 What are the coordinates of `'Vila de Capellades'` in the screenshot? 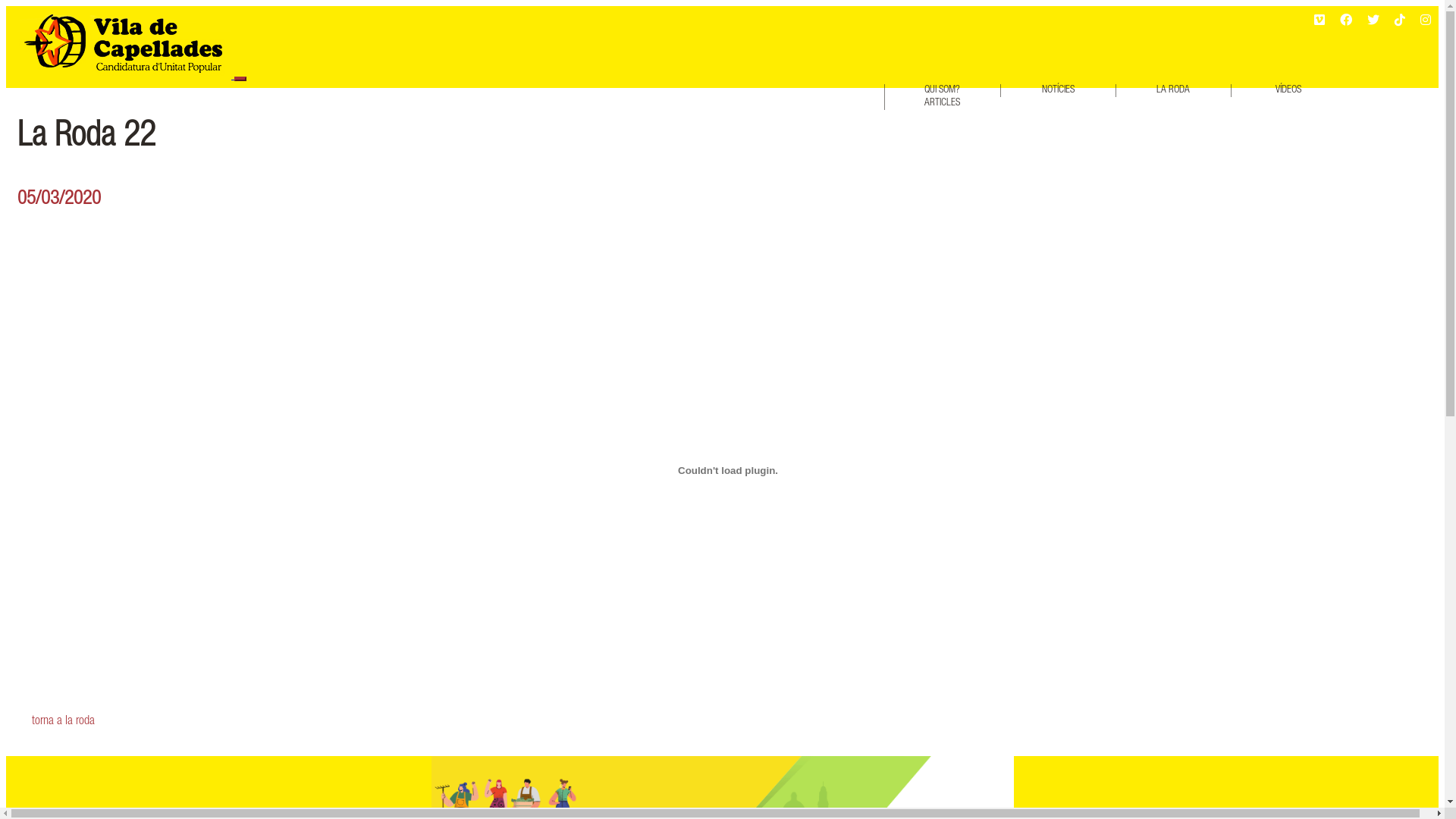 It's located at (124, 42).